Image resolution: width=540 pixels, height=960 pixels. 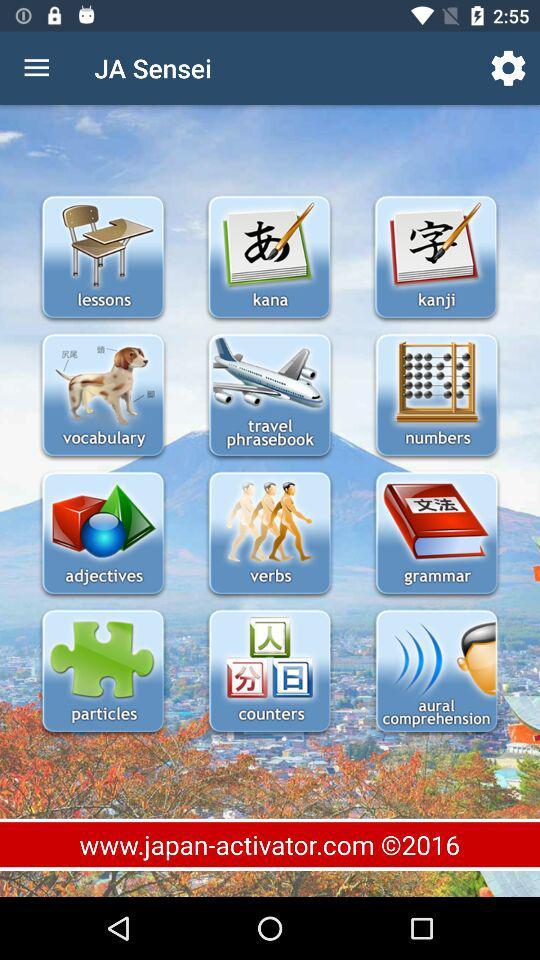 I want to click on vocabulary lessons, so click(x=103, y=396).